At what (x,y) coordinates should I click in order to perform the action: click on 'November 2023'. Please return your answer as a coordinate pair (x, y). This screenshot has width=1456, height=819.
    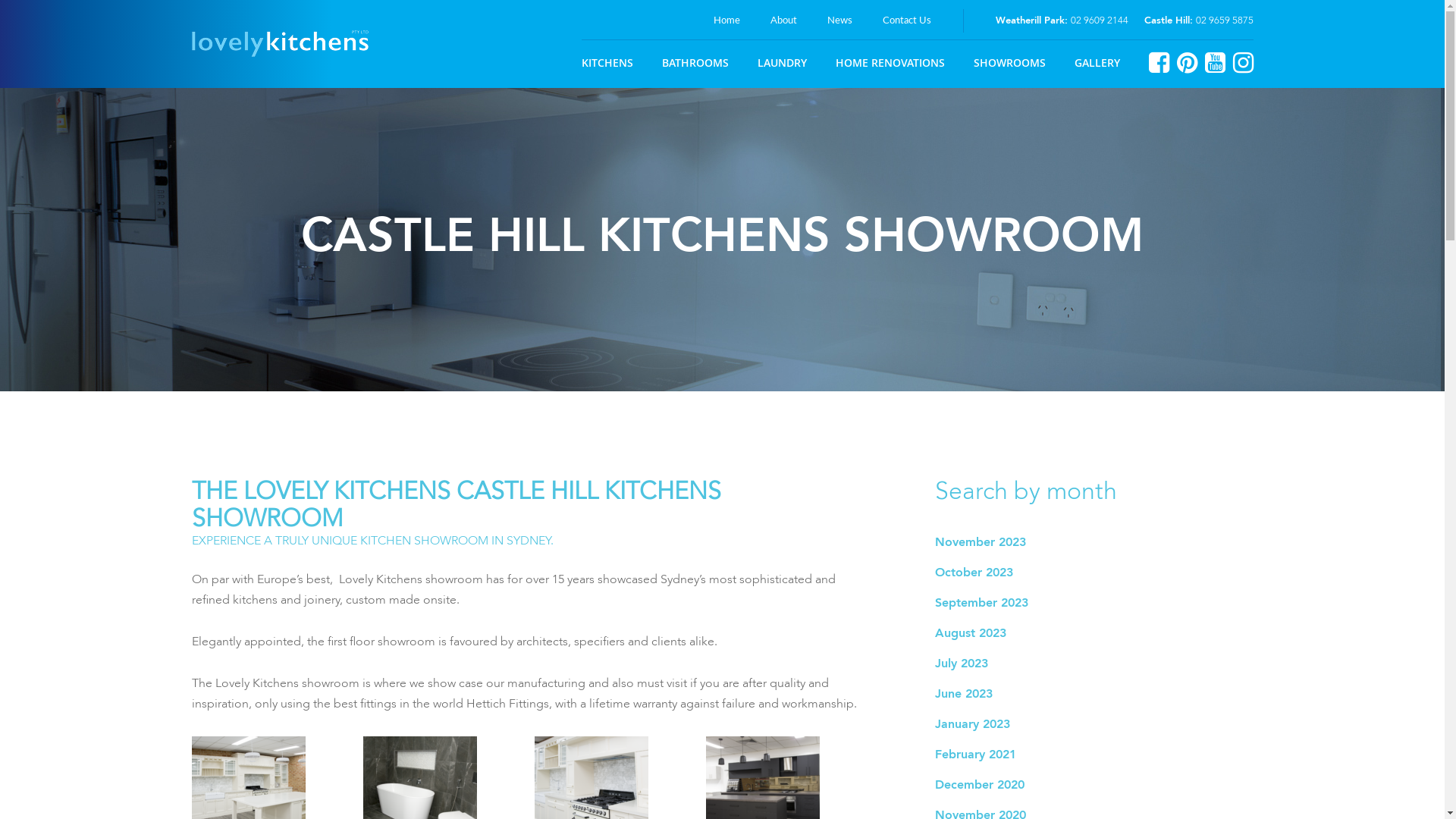
    Looking at the image, I should click on (979, 542).